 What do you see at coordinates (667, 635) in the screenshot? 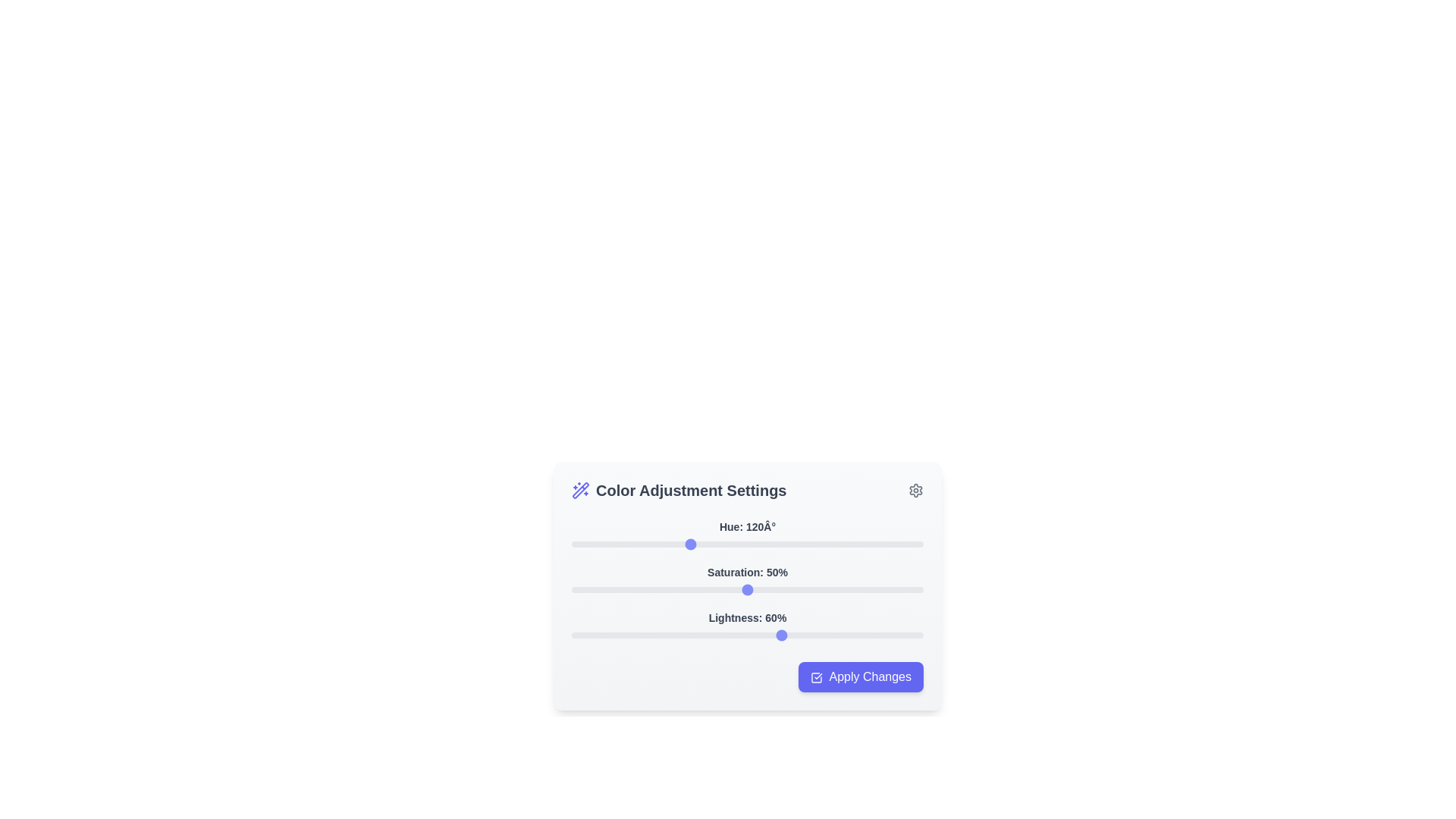
I see `the lightness` at bounding box center [667, 635].